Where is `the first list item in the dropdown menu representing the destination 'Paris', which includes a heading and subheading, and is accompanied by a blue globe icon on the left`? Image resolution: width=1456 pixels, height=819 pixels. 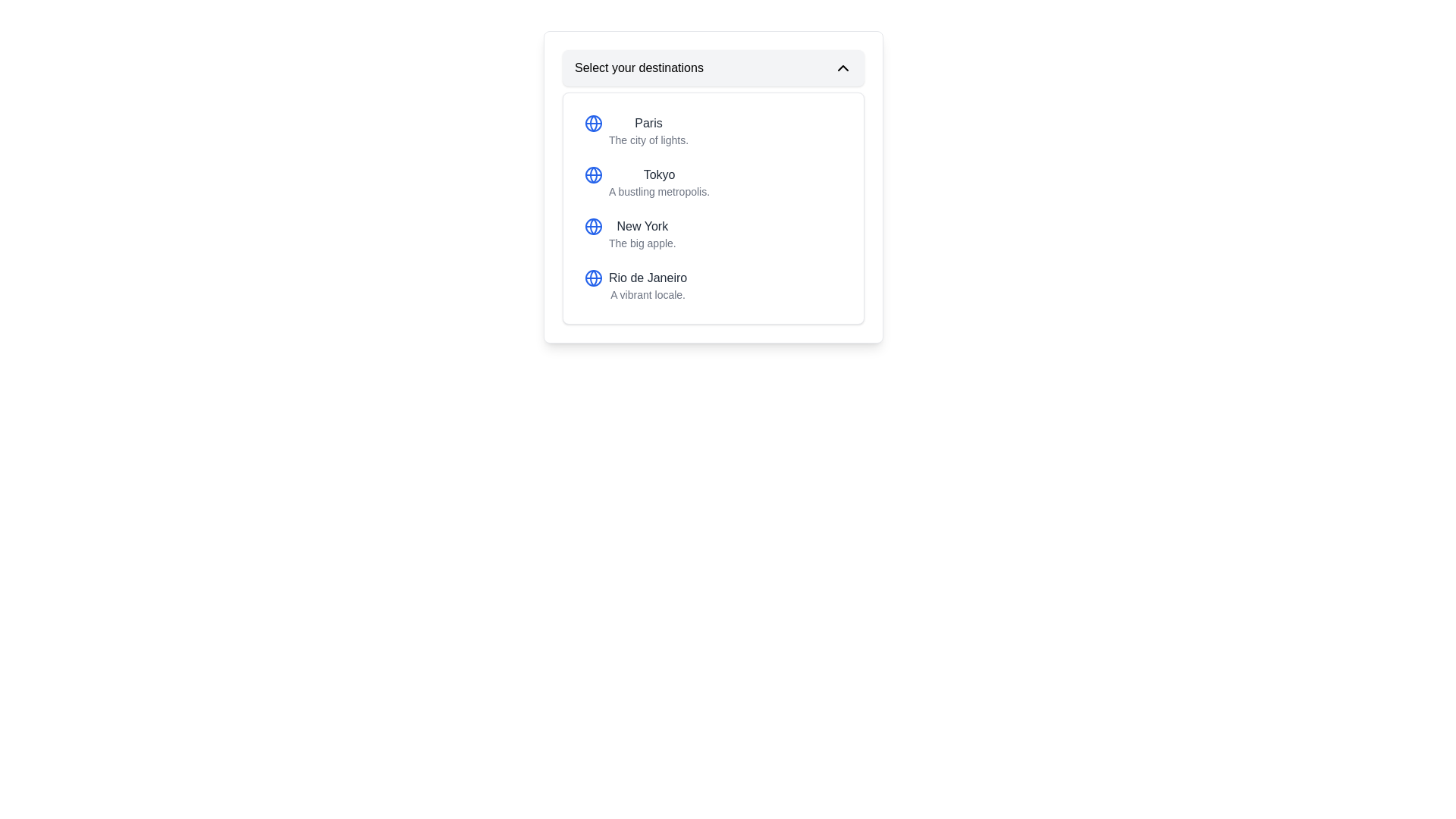 the first list item in the dropdown menu representing the destination 'Paris', which includes a heading and subheading, and is accompanied by a blue globe icon on the left is located at coordinates (648, 130).